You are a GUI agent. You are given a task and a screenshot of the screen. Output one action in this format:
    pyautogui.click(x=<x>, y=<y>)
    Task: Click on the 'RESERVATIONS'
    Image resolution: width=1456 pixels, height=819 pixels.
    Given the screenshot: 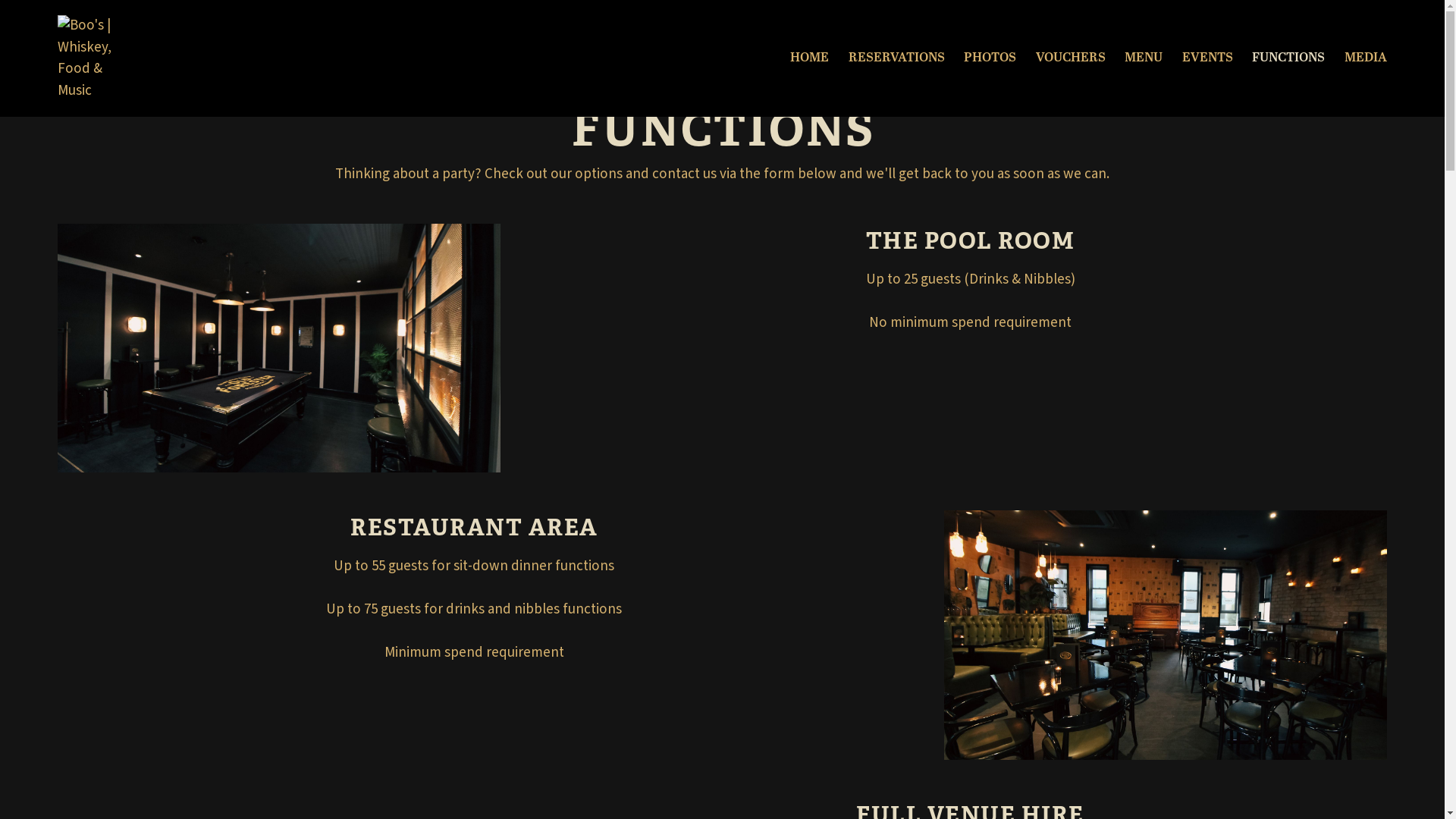 What is the action you would take?
    pyautogui.click(x=896, y=58)
    